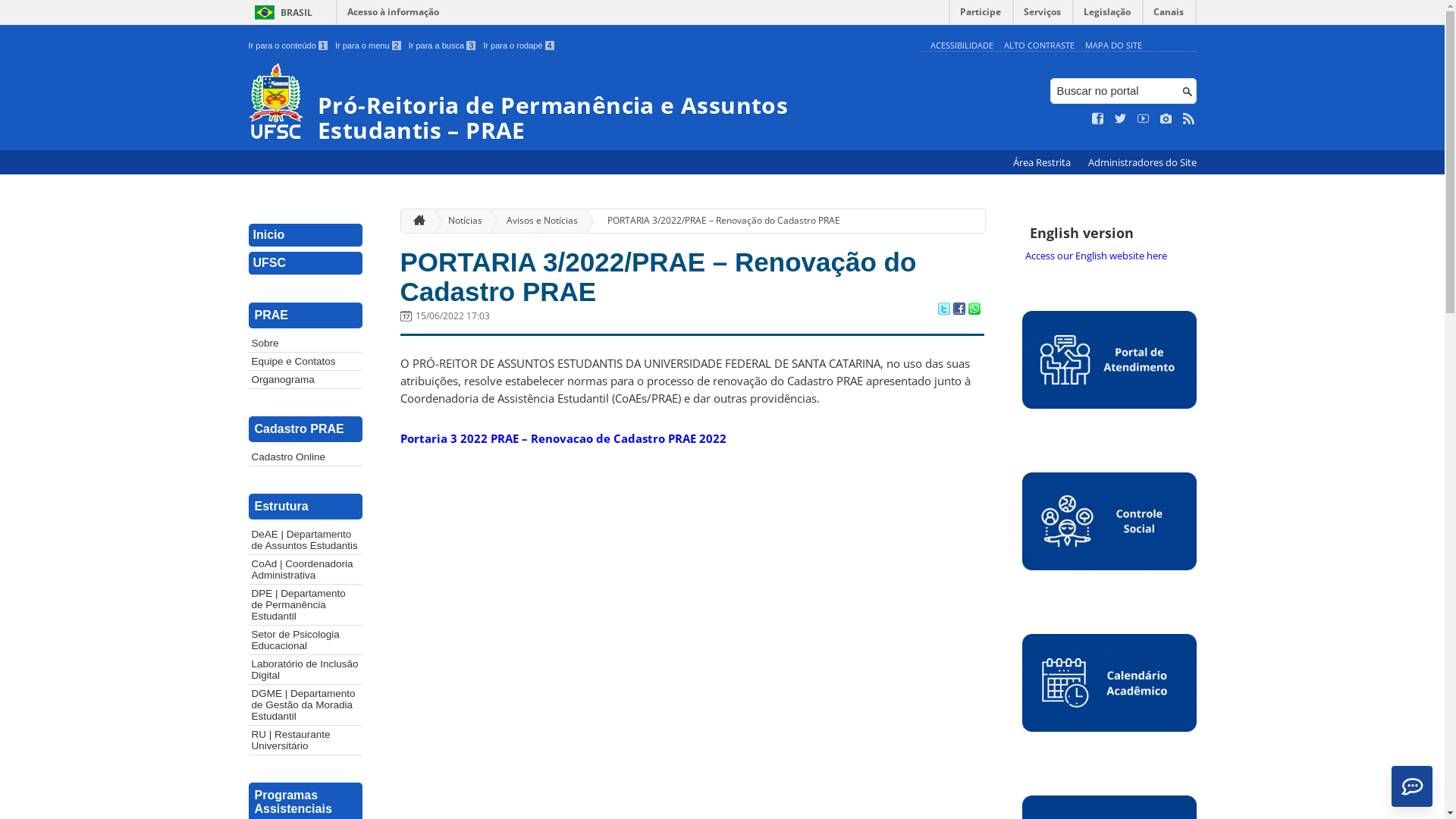 This screenshot has height=819, width=1456. Describe the element at coordinates (1143, 15) in the screenshot. I see `'Canais'` at that location.